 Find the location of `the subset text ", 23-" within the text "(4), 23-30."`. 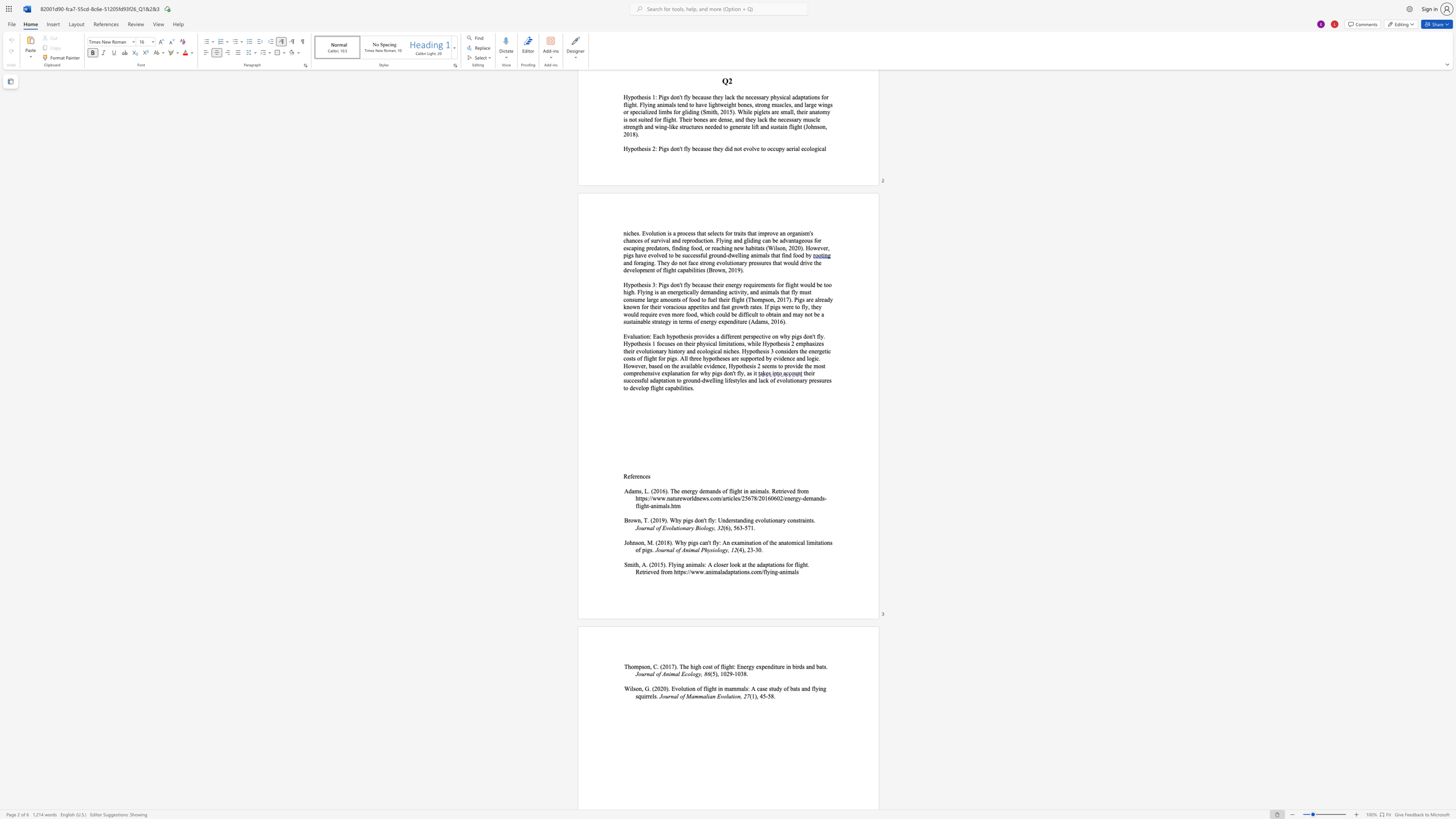

the subset text ", 23-" within the text "(4), 23-30." is located at coordinates (744, 549).